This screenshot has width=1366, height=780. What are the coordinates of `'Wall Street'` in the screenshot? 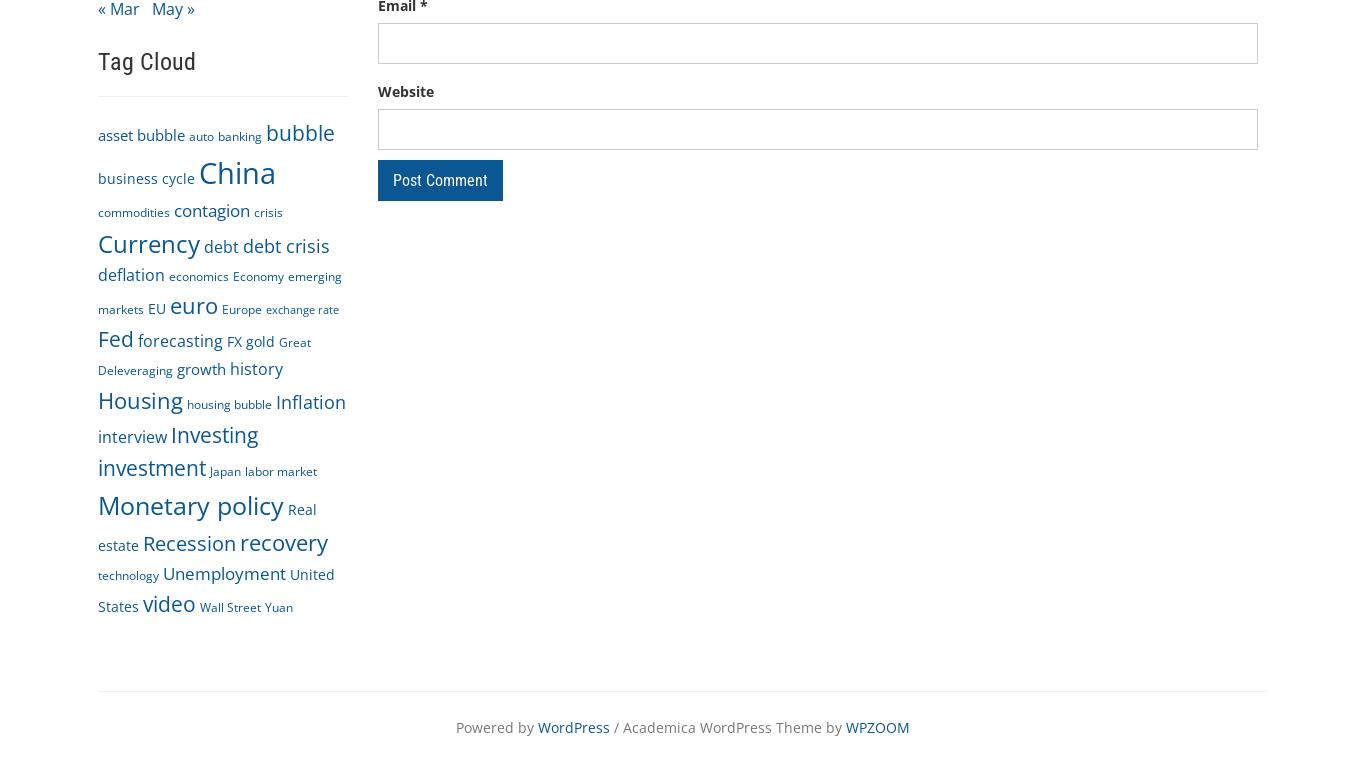 It's located at (230, 606).